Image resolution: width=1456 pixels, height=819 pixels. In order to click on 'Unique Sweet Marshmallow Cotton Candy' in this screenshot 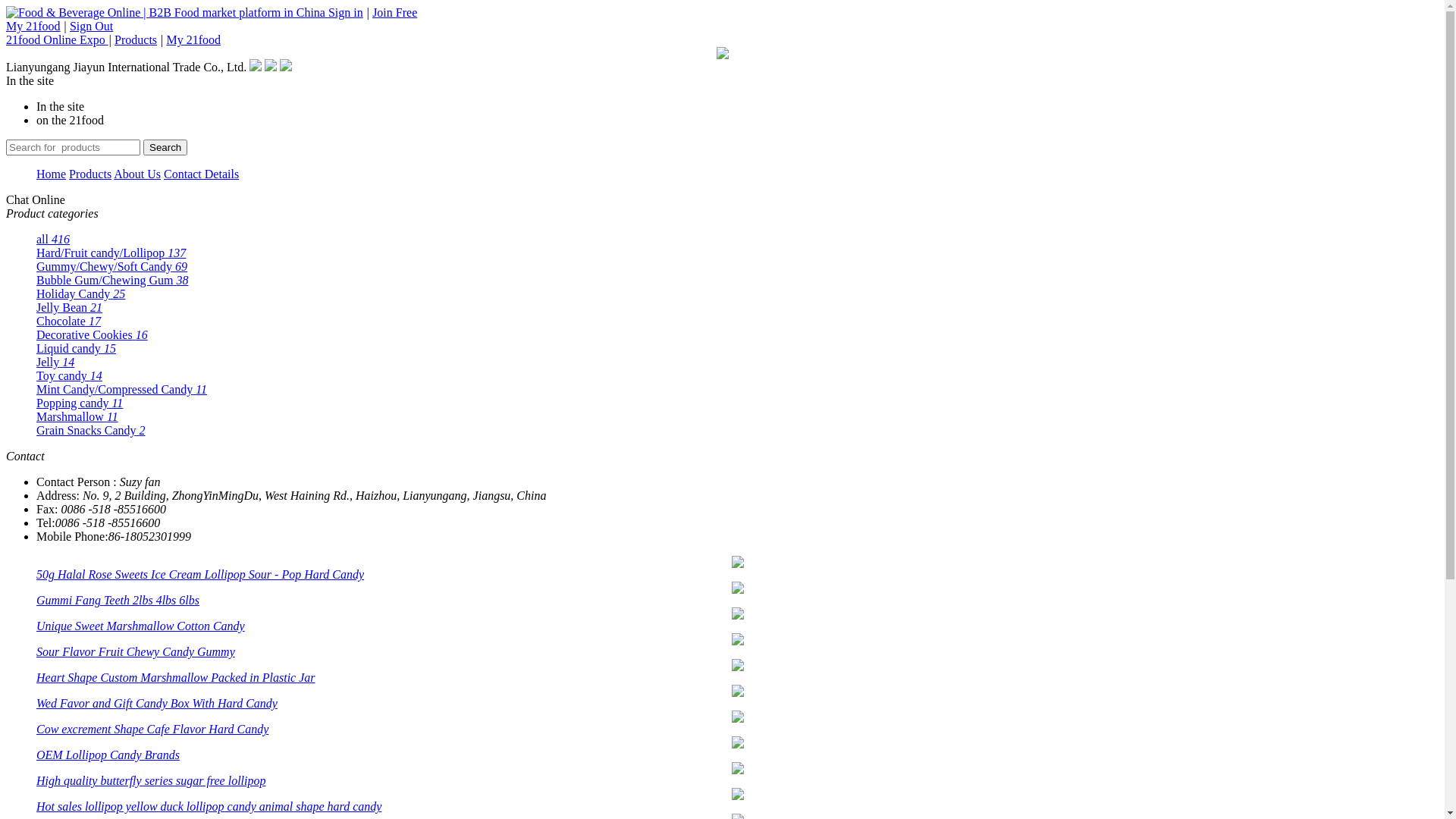, I will do `click(140, 626)`.